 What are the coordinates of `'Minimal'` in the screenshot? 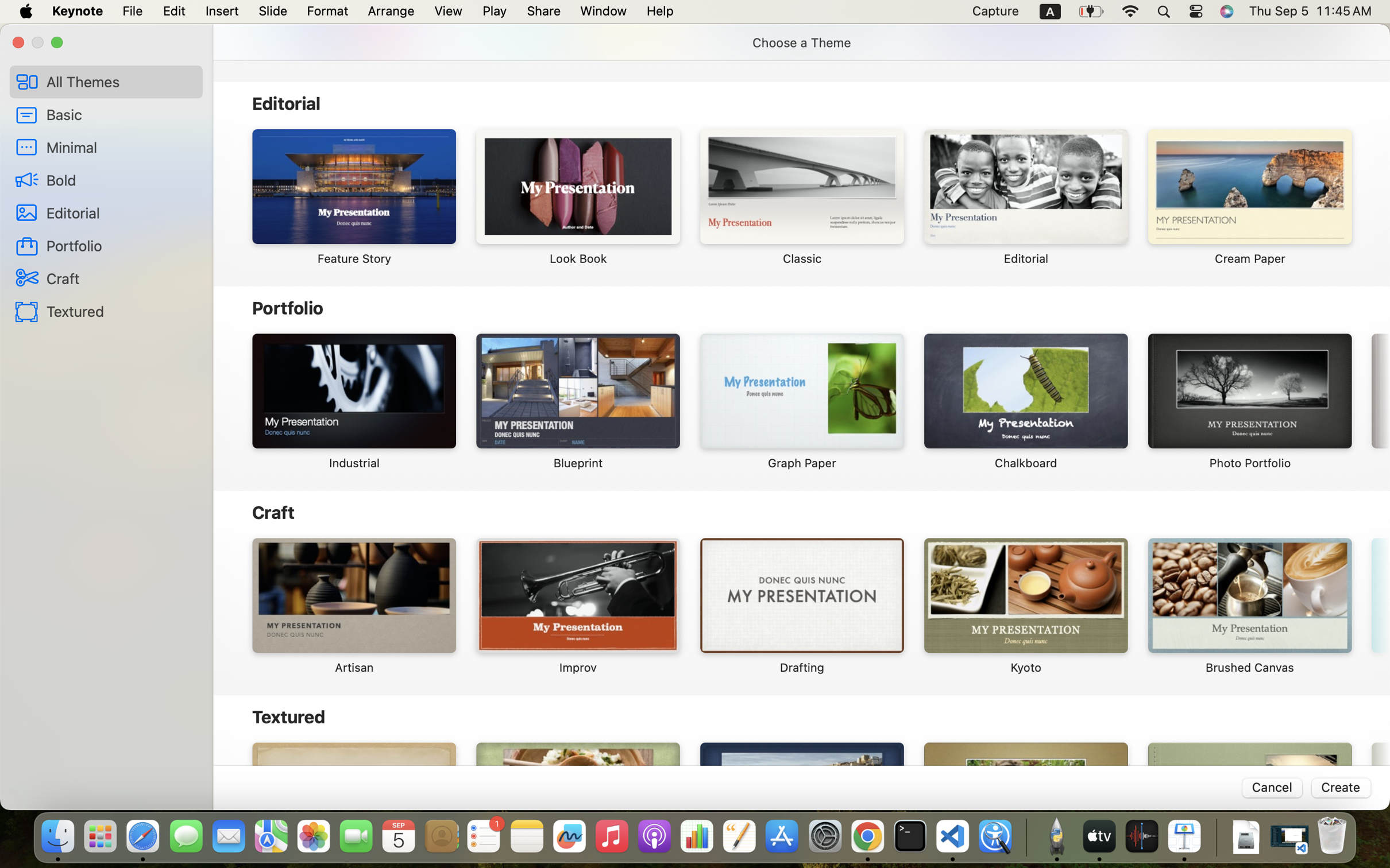 It's located at (119, 146).